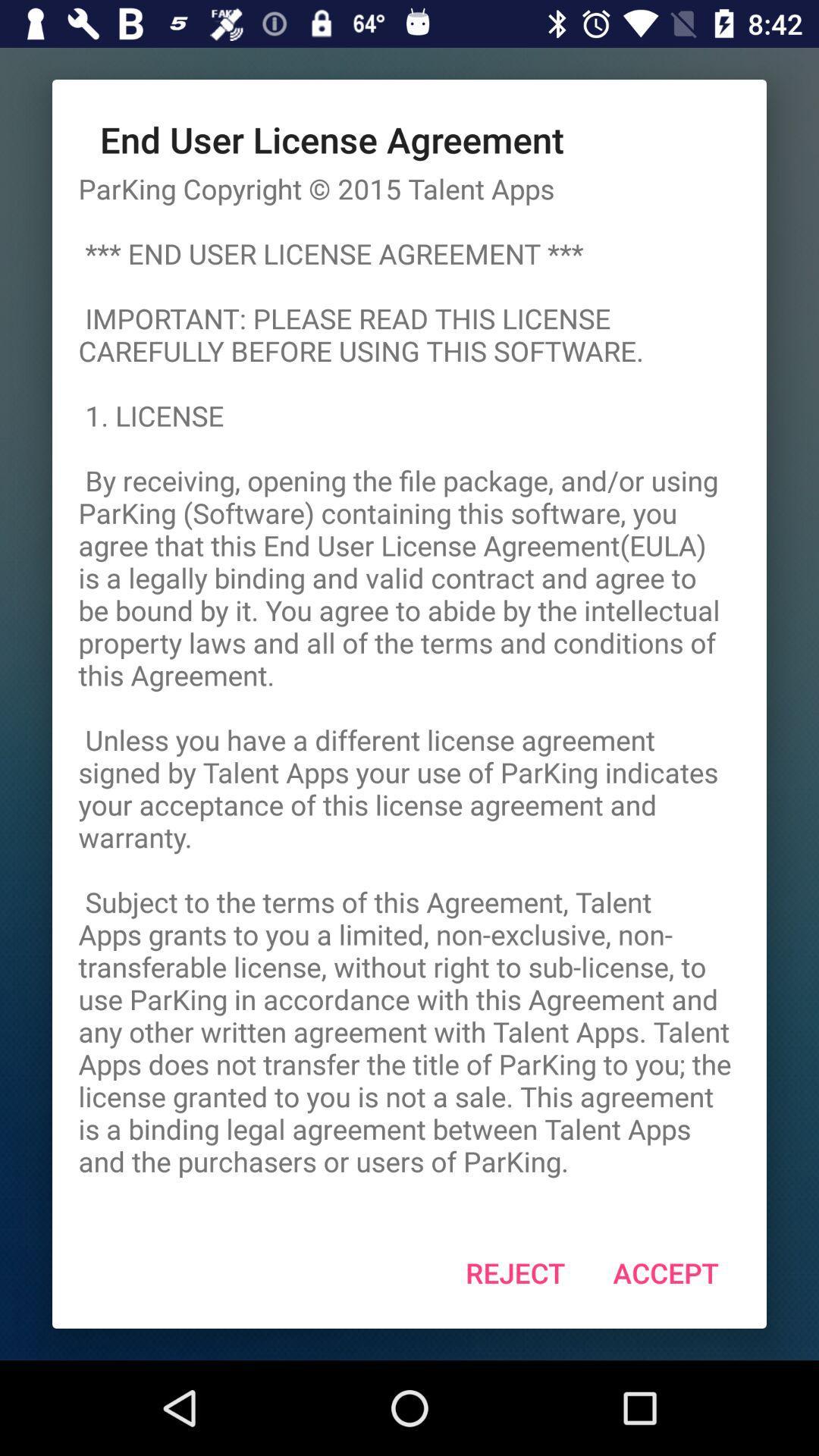 The height and width of the screenshot is (1456, 819). I want to click on the accept, so click(665, 1272).